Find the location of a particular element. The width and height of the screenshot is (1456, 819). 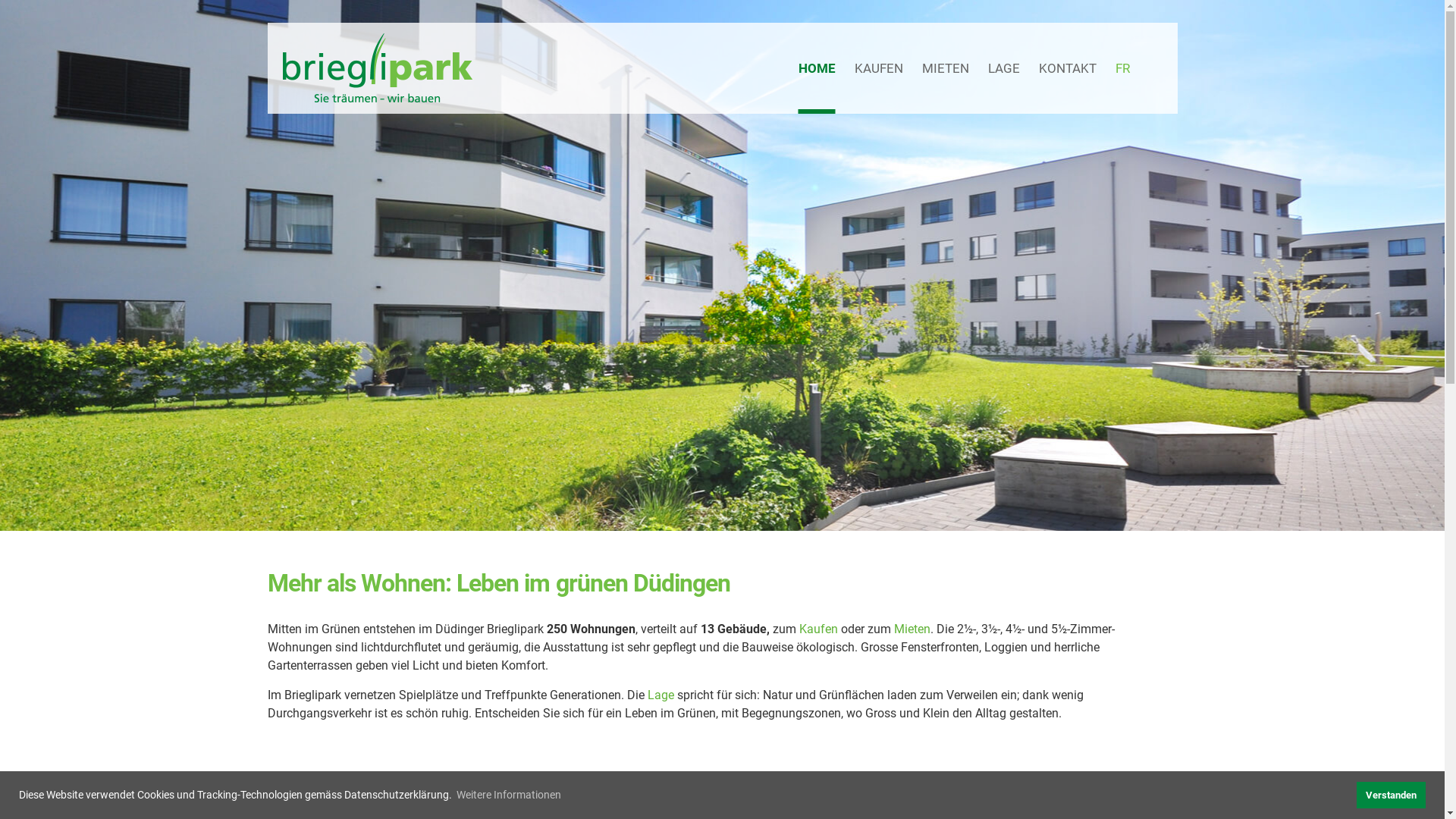

'LAGE' is located at coordinates (987, 67).